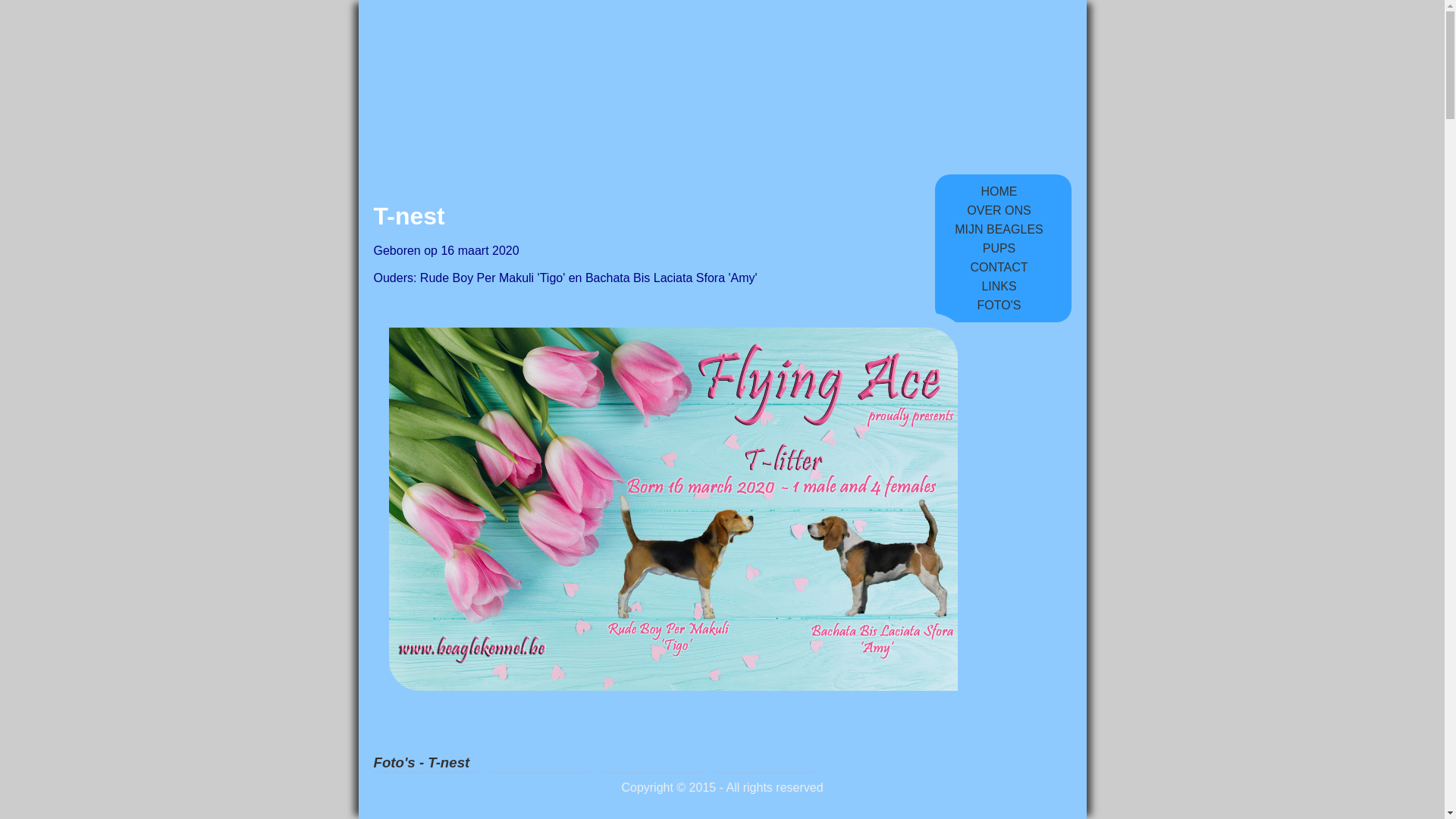  Describe the element at coordinates (941, 229) in the screenshot. I see `'MIJN BEAGLES'` at that location.